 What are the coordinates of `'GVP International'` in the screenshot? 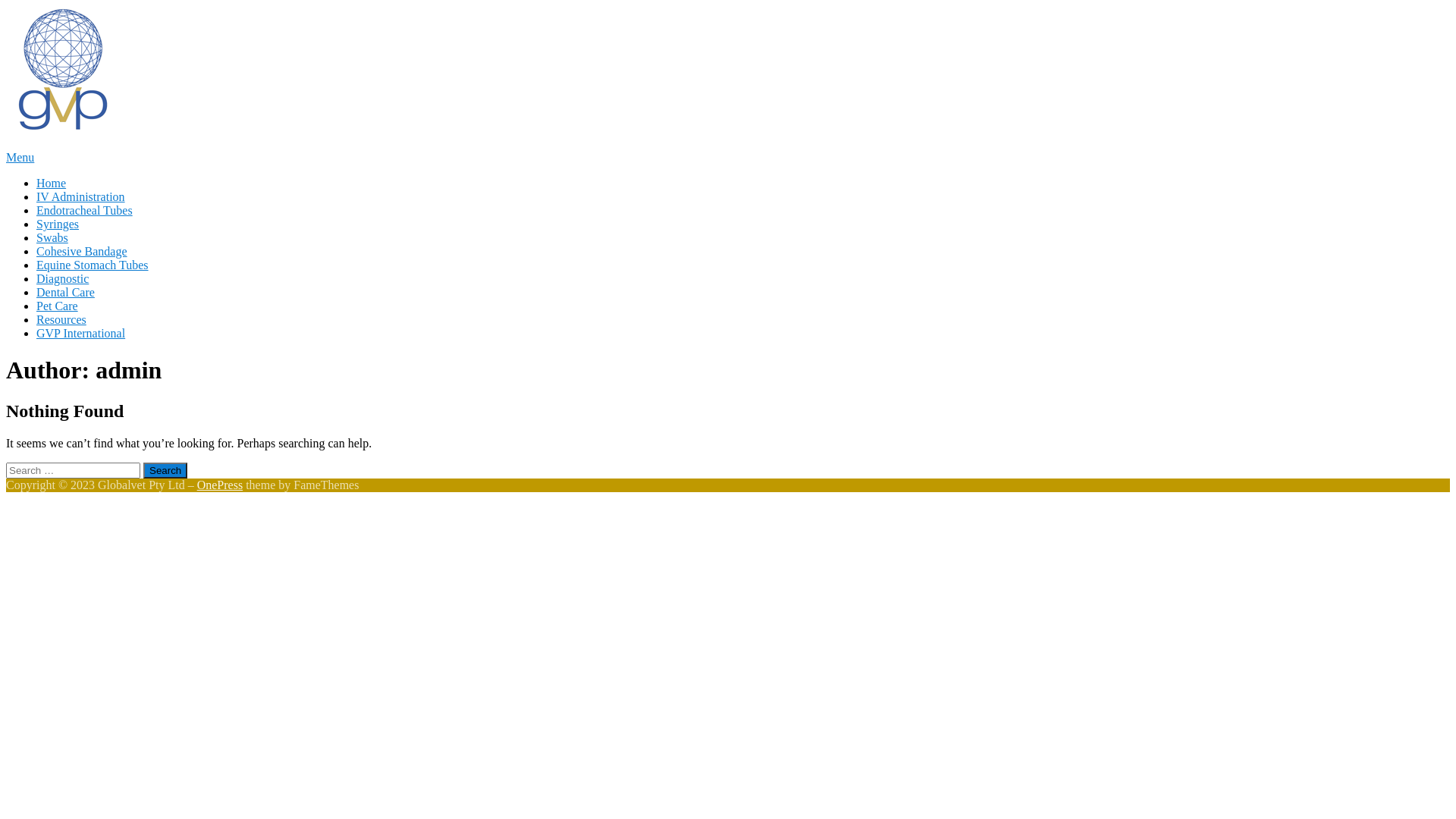 It's located at (80, 332).